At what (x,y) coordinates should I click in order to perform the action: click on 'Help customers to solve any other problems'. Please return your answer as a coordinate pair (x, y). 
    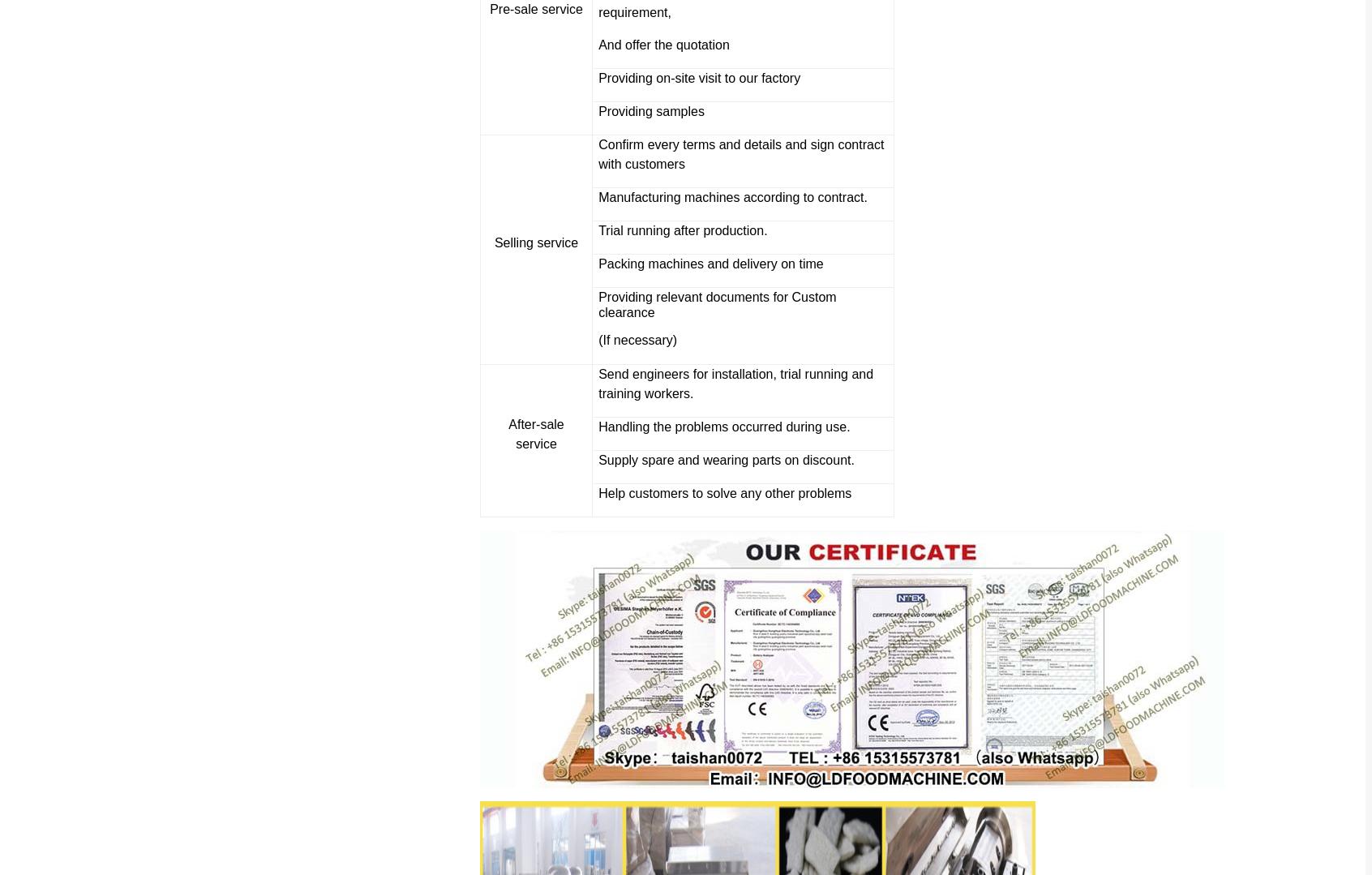
    Looking at the image, I should click on (724, 493).